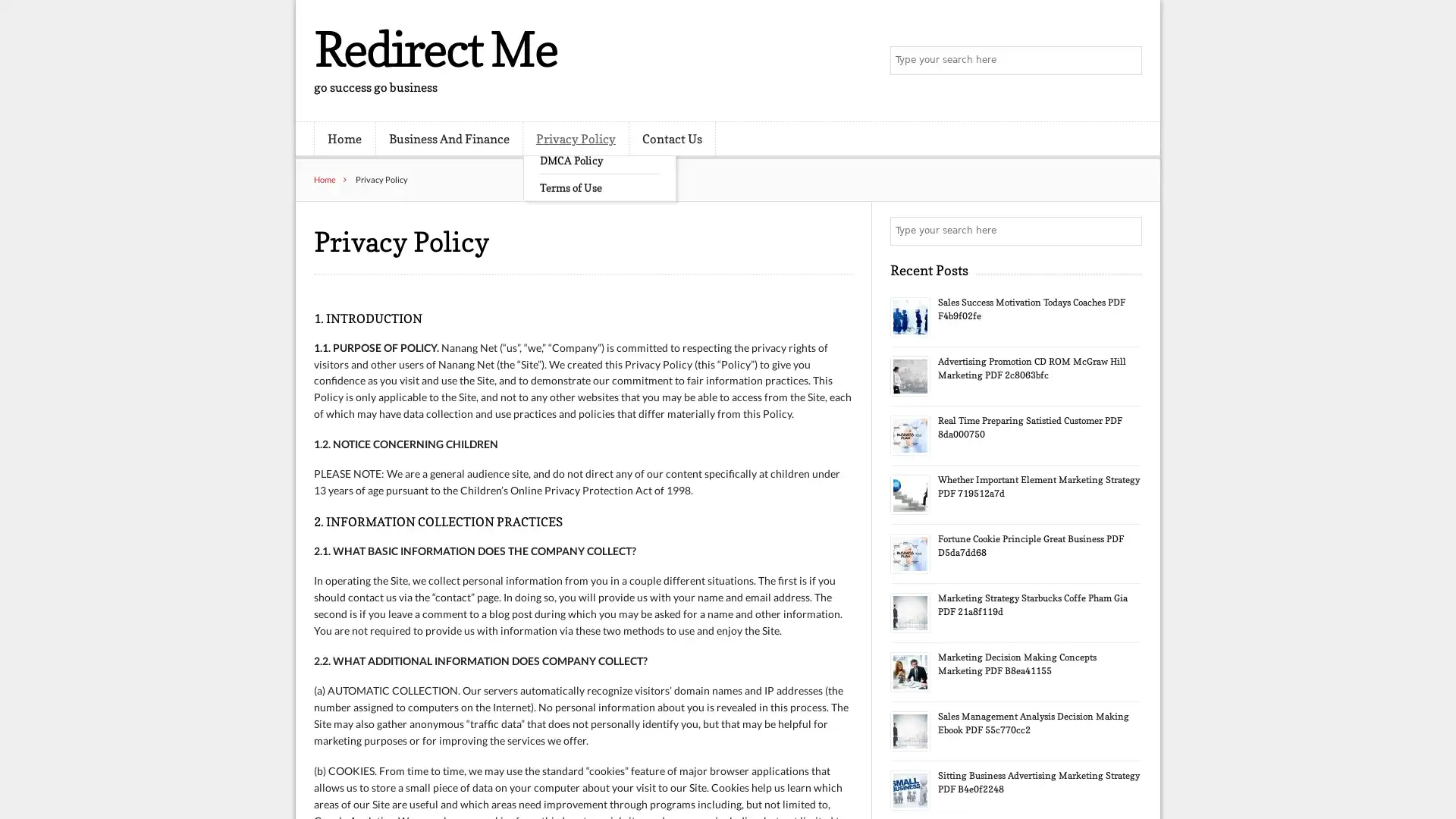  I want to click on Search, so click(1126, 231).